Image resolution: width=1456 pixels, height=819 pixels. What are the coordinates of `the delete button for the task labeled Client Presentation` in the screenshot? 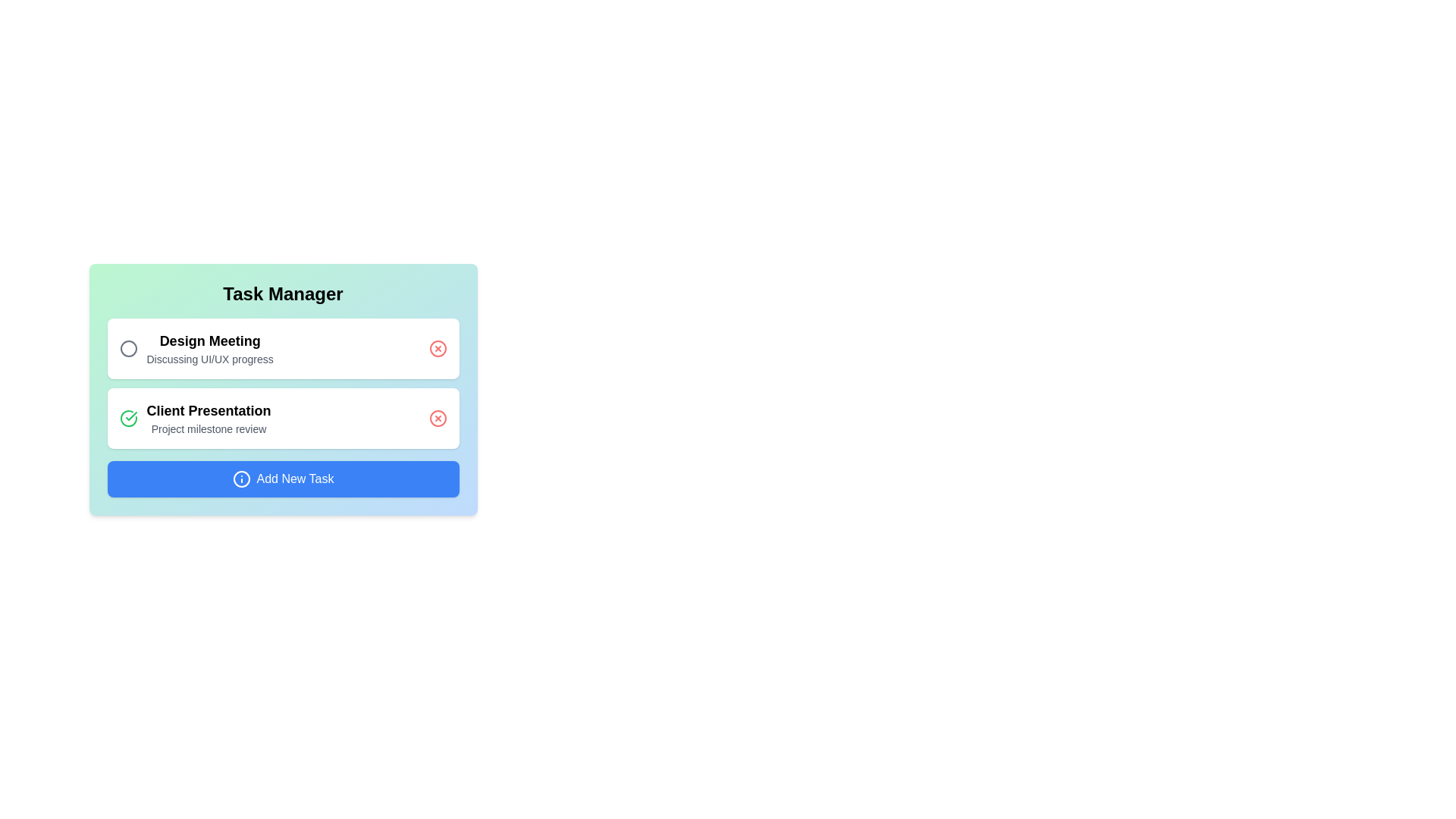 It's located at (437, 418).